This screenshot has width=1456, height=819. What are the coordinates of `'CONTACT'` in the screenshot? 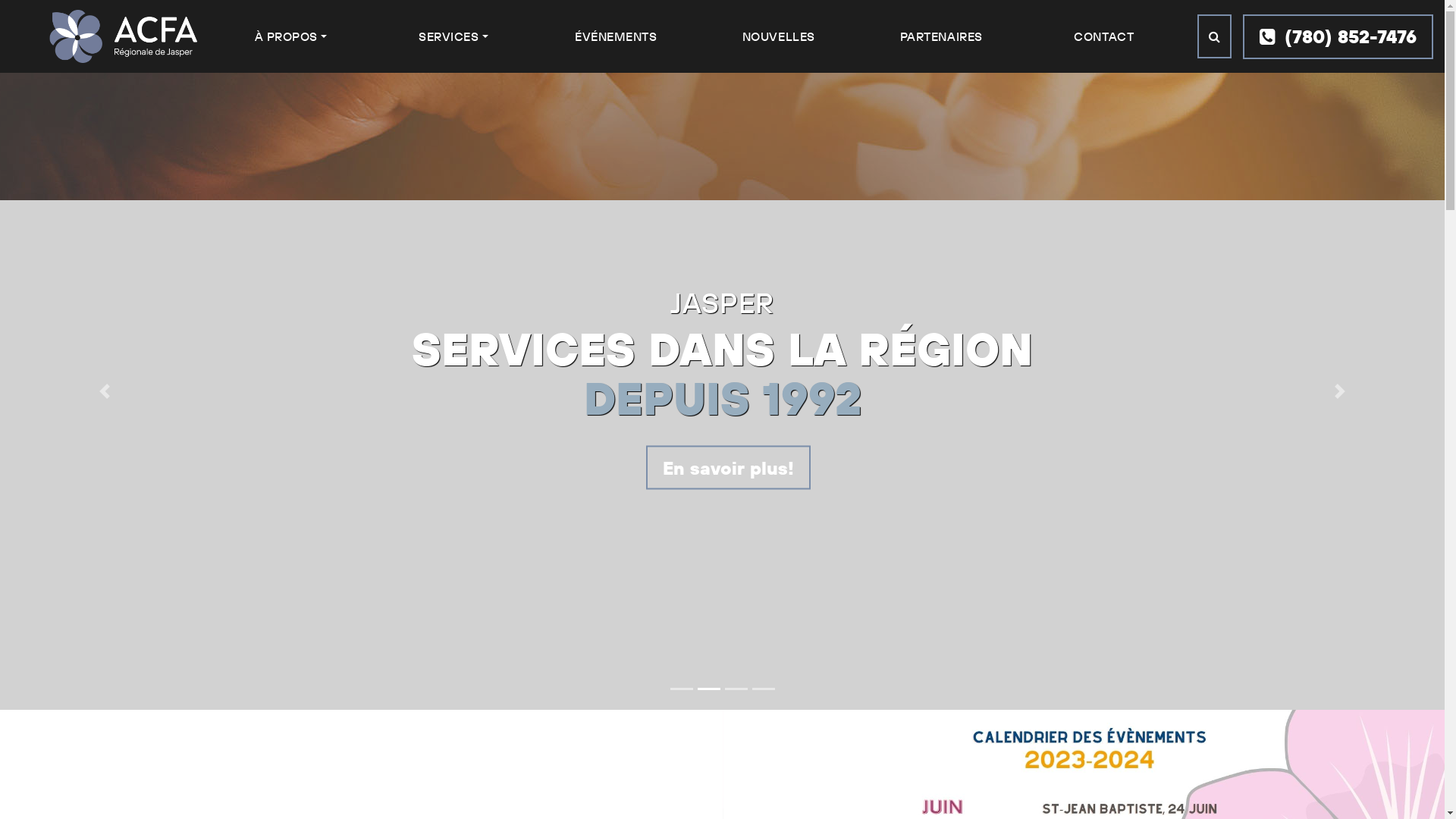 It's located at (1062, 35).